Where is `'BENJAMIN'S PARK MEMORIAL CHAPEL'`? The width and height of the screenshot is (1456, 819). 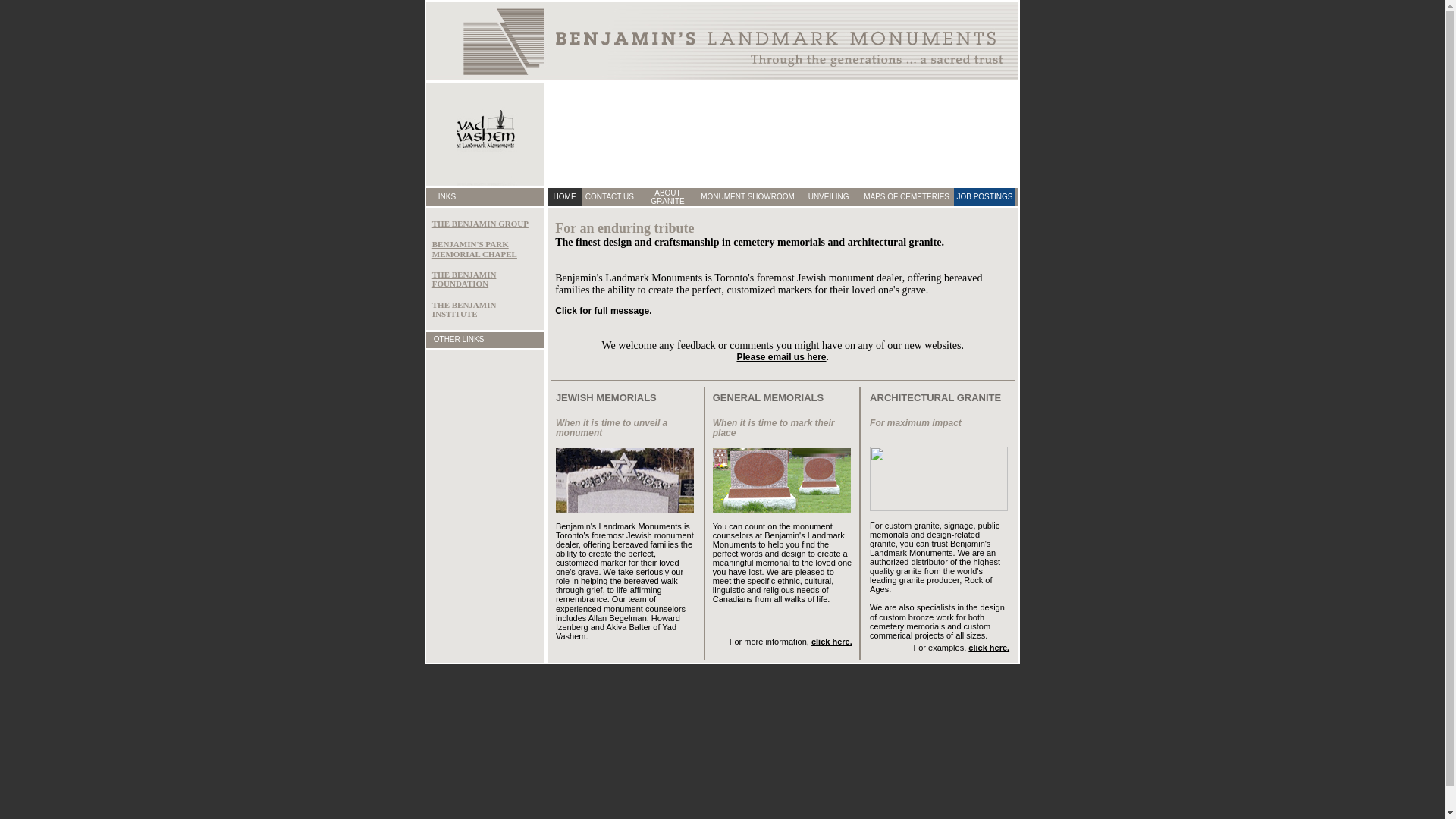
'BENJAMIN'S PARK MEMORIAL CHAPEL' is located at coordinates (473, 247).